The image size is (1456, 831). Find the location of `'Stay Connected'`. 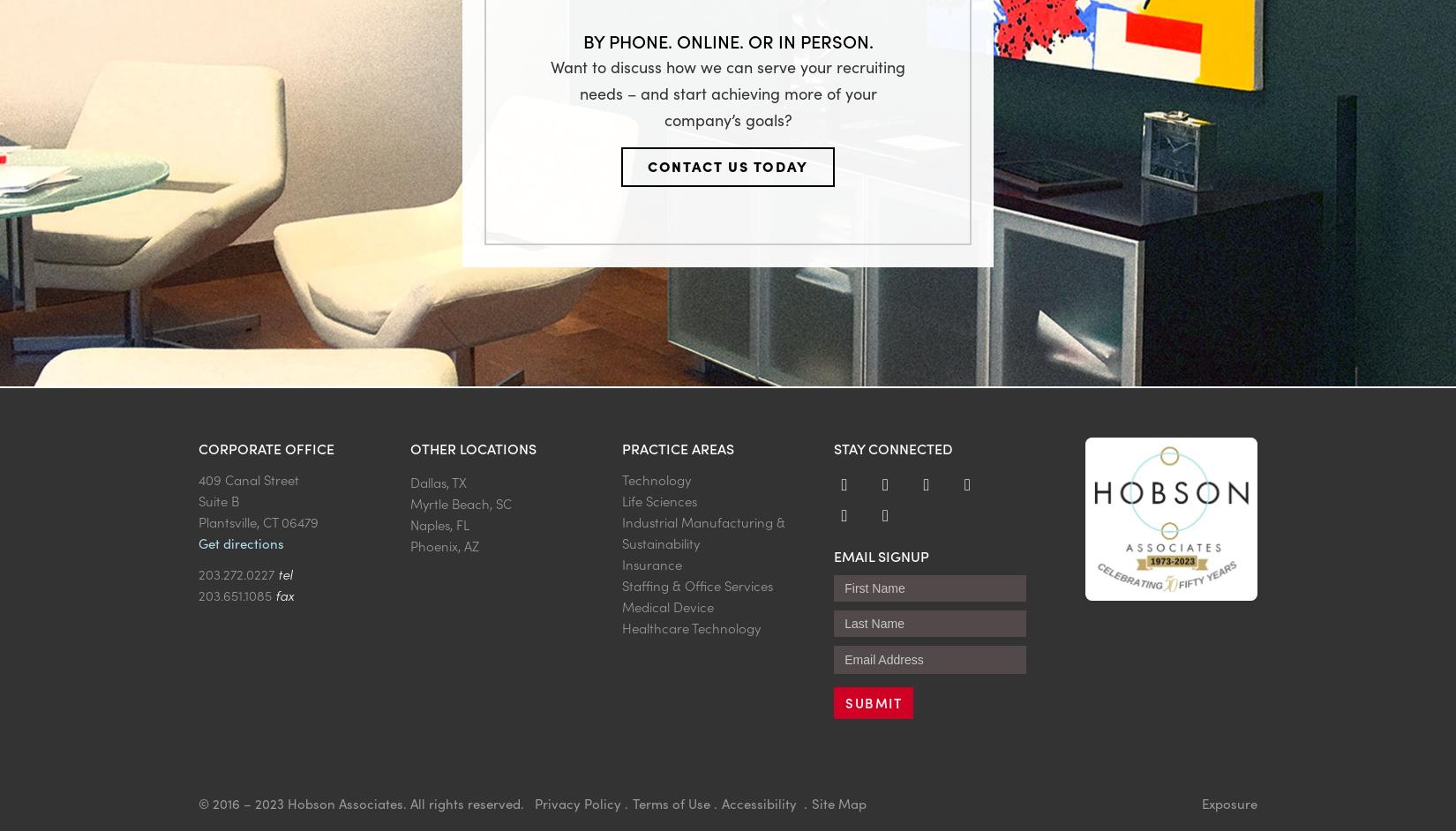

'Stay Connected' is located at coordinates (893, 448).